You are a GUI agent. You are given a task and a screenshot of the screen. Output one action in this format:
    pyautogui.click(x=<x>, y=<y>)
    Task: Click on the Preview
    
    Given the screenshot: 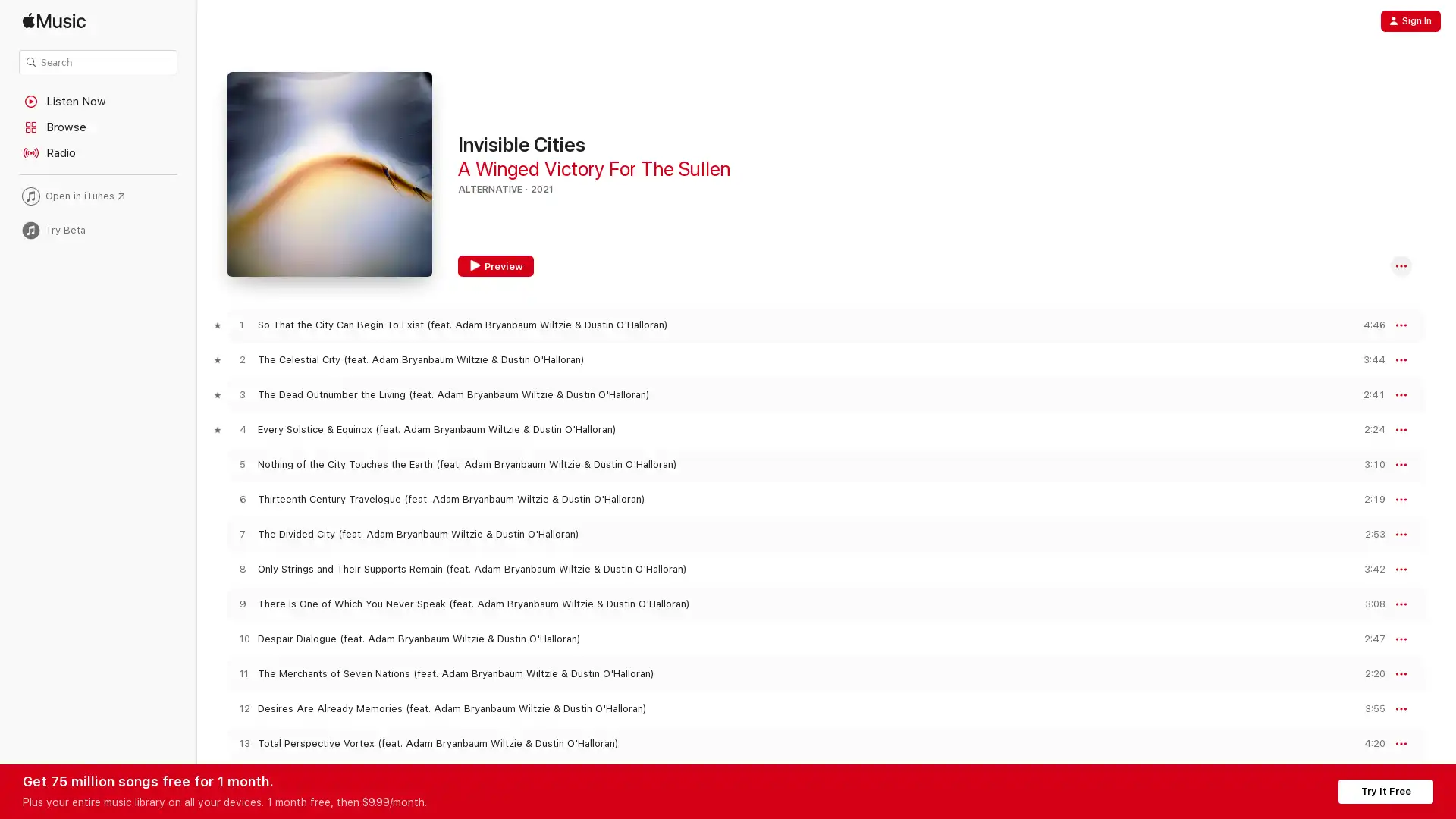 What is the action you would take?
    pyautogui.click(x=1368, y=463)
    